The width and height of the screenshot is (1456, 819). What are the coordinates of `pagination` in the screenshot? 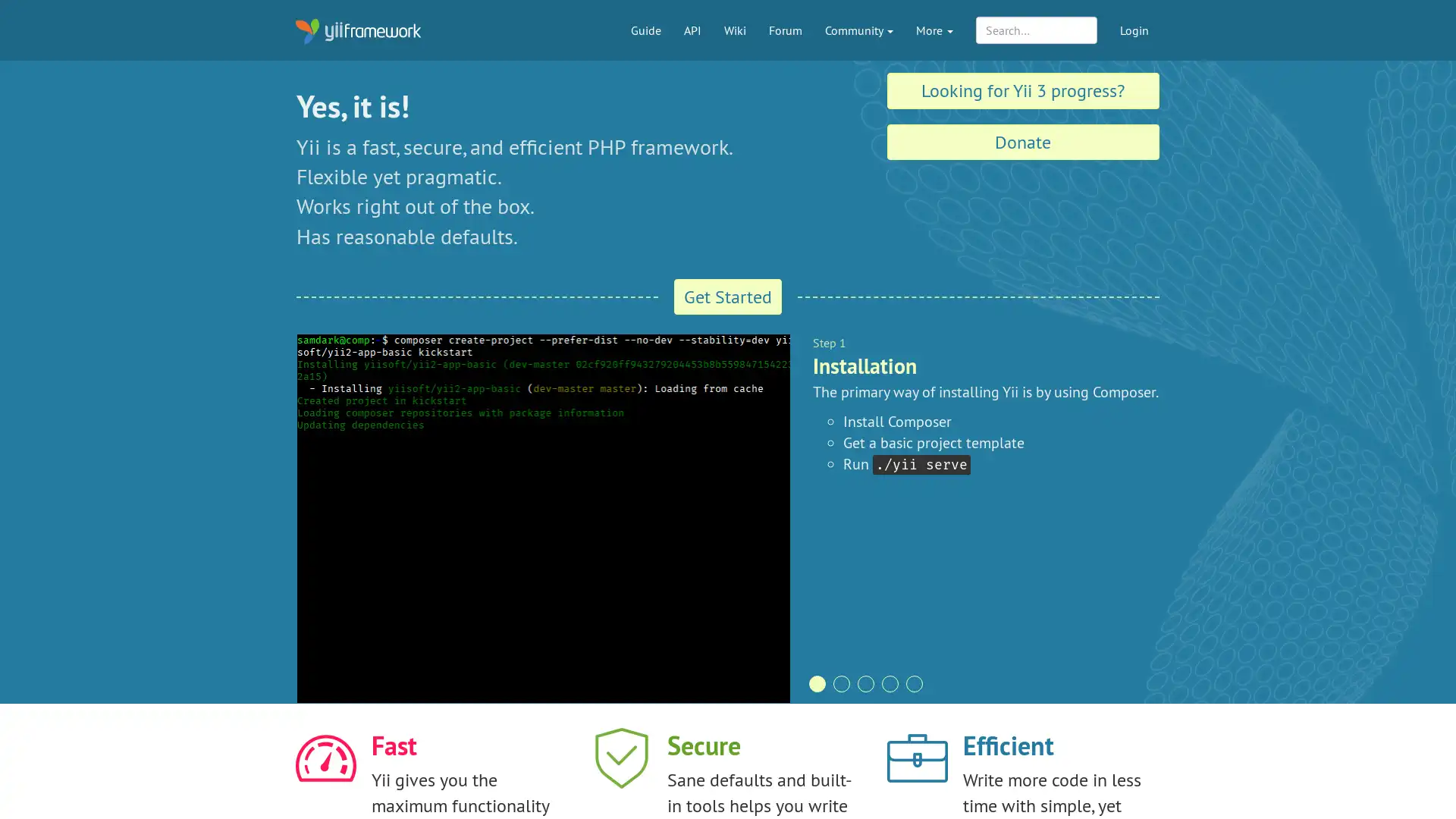 It's located at (890, 684).